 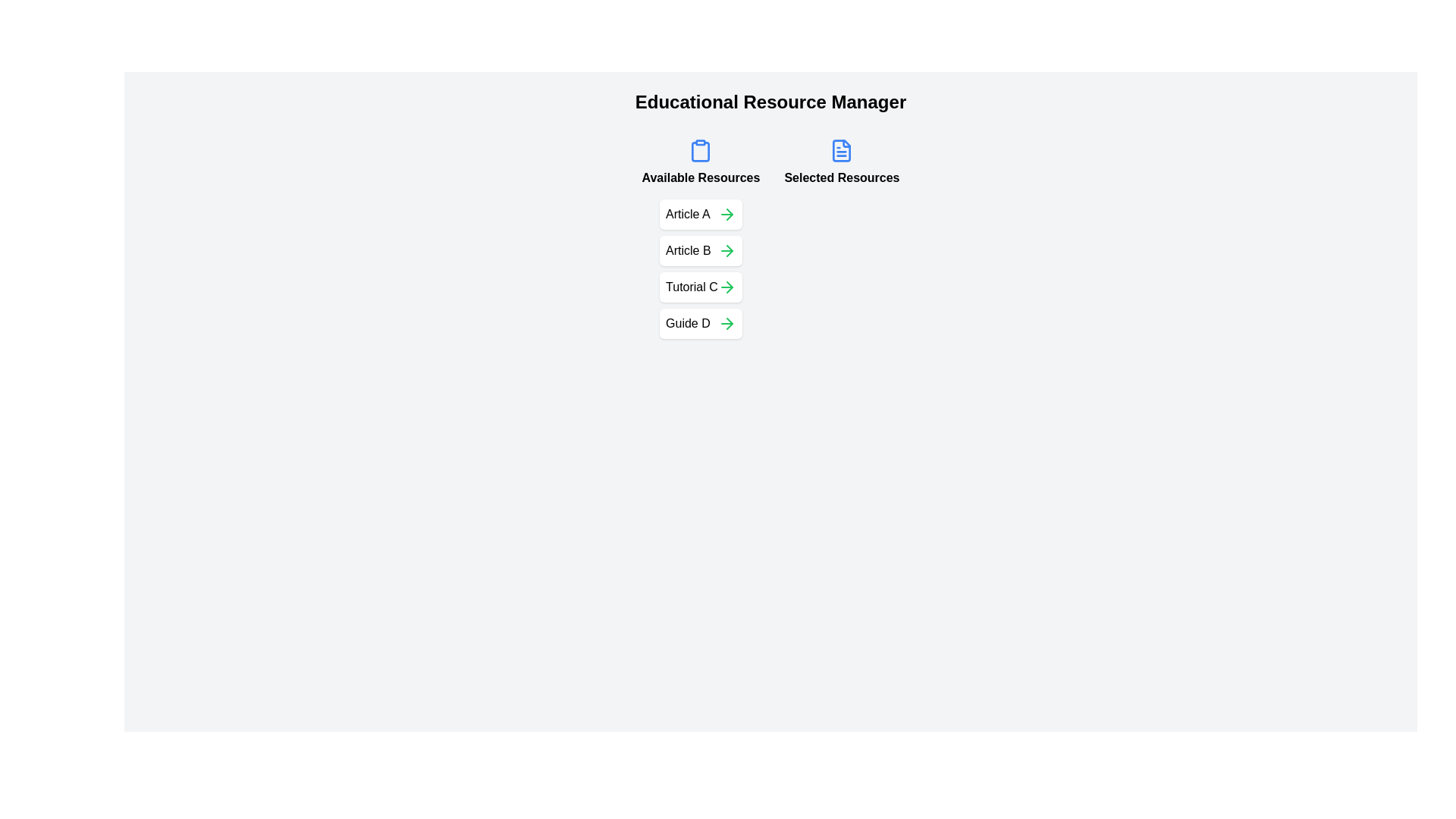 What do you see at coordinates (726, 214) in the screenshot?
I see `the button to move the resource Article A from 'Available Resources' to 'Selected Resources'` at bounding box center [726, 214].